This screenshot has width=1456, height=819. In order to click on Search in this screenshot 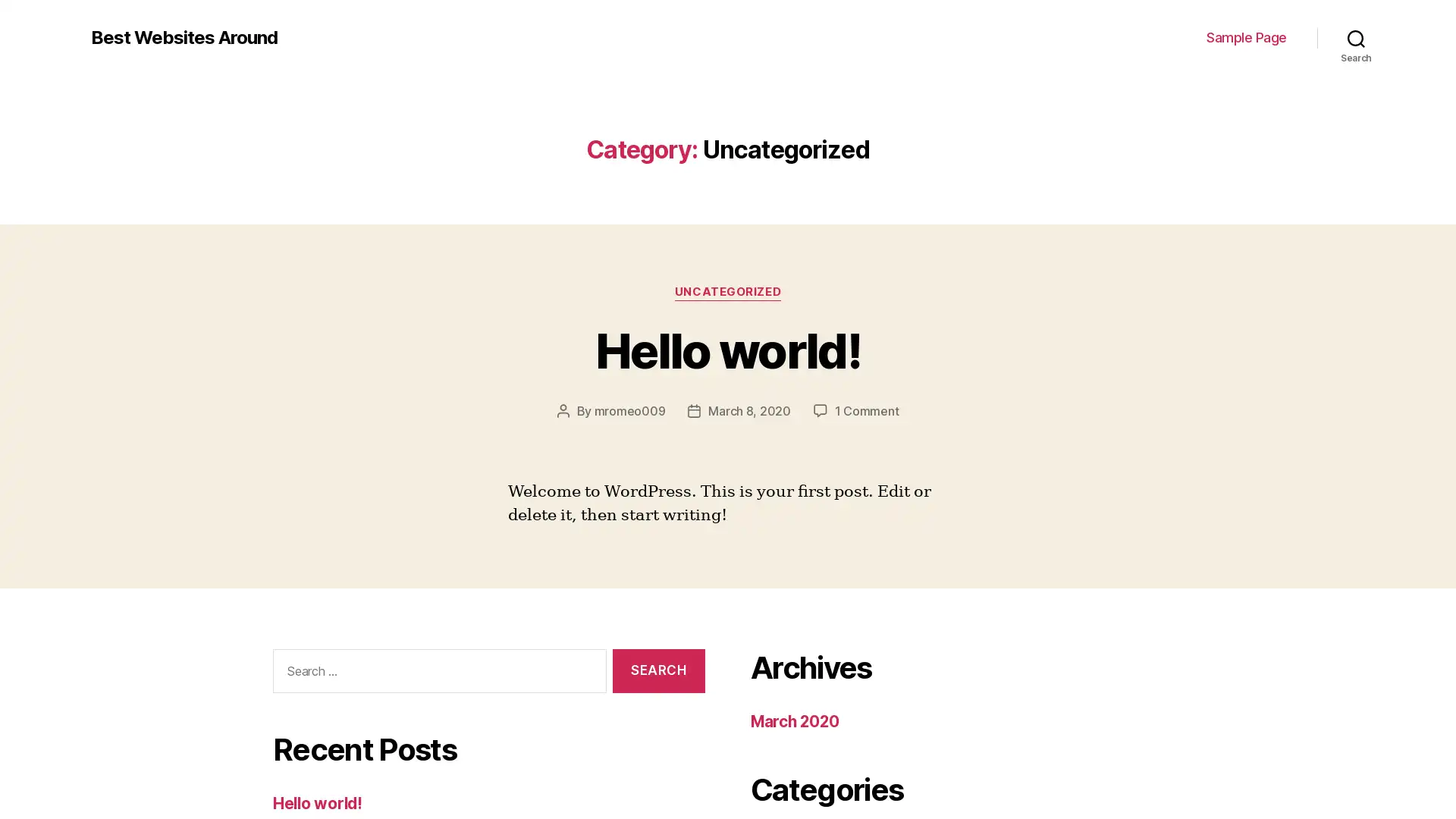, I will do `click(658, 670)`.